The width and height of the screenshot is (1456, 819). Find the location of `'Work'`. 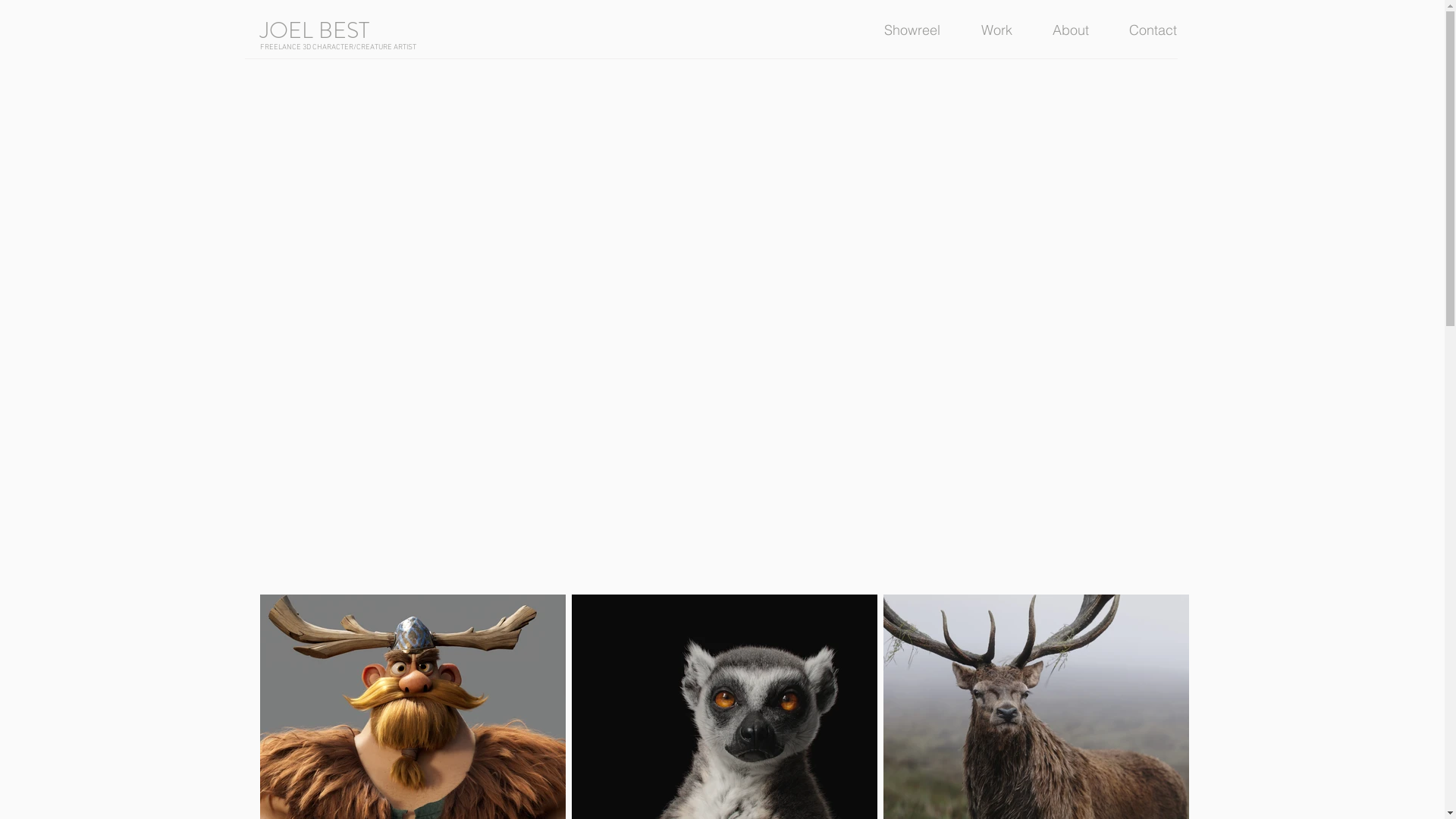

'Work' is located at coordinates (968, 30).